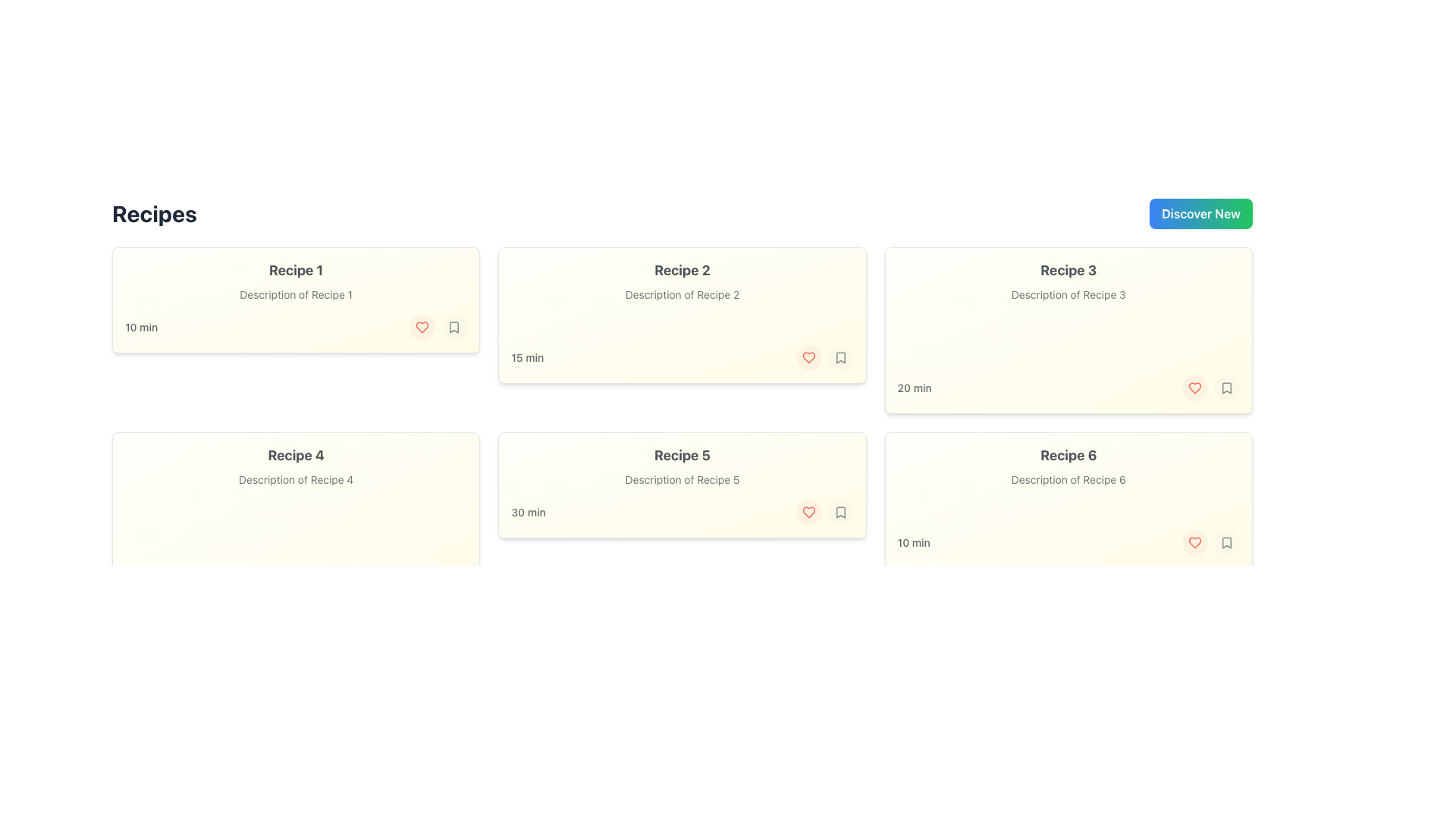 This screenshot has height=819, width=1456. Describe the element at coordinates (913, 542) in the screenshot. I see `text label displaying '10 min' located in the bottom-left corner of the card for 'Recipe 6', which is styled in gray color and medium font weight` at that location.